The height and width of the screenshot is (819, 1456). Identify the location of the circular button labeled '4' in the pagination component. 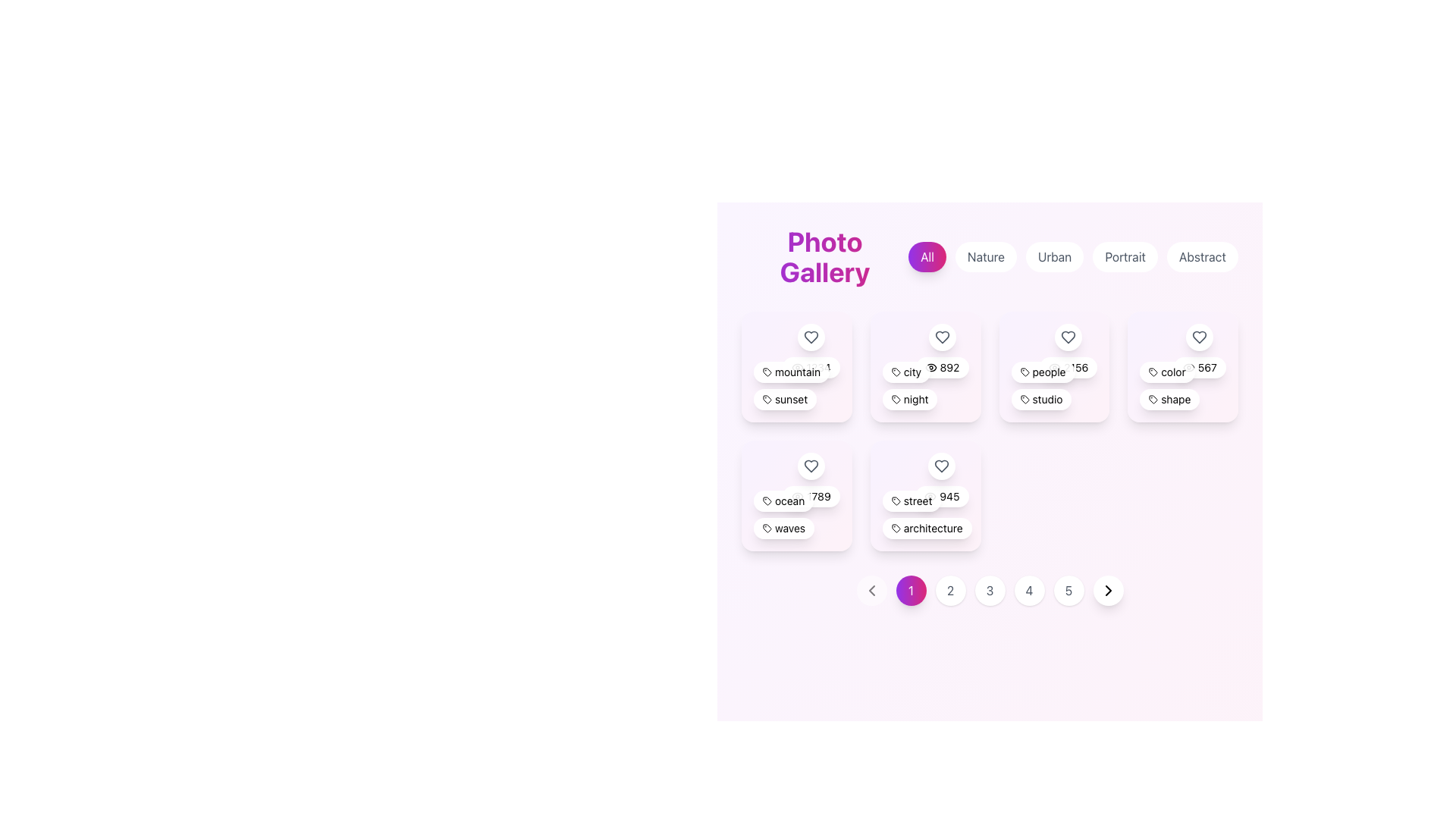
(1029, 589).